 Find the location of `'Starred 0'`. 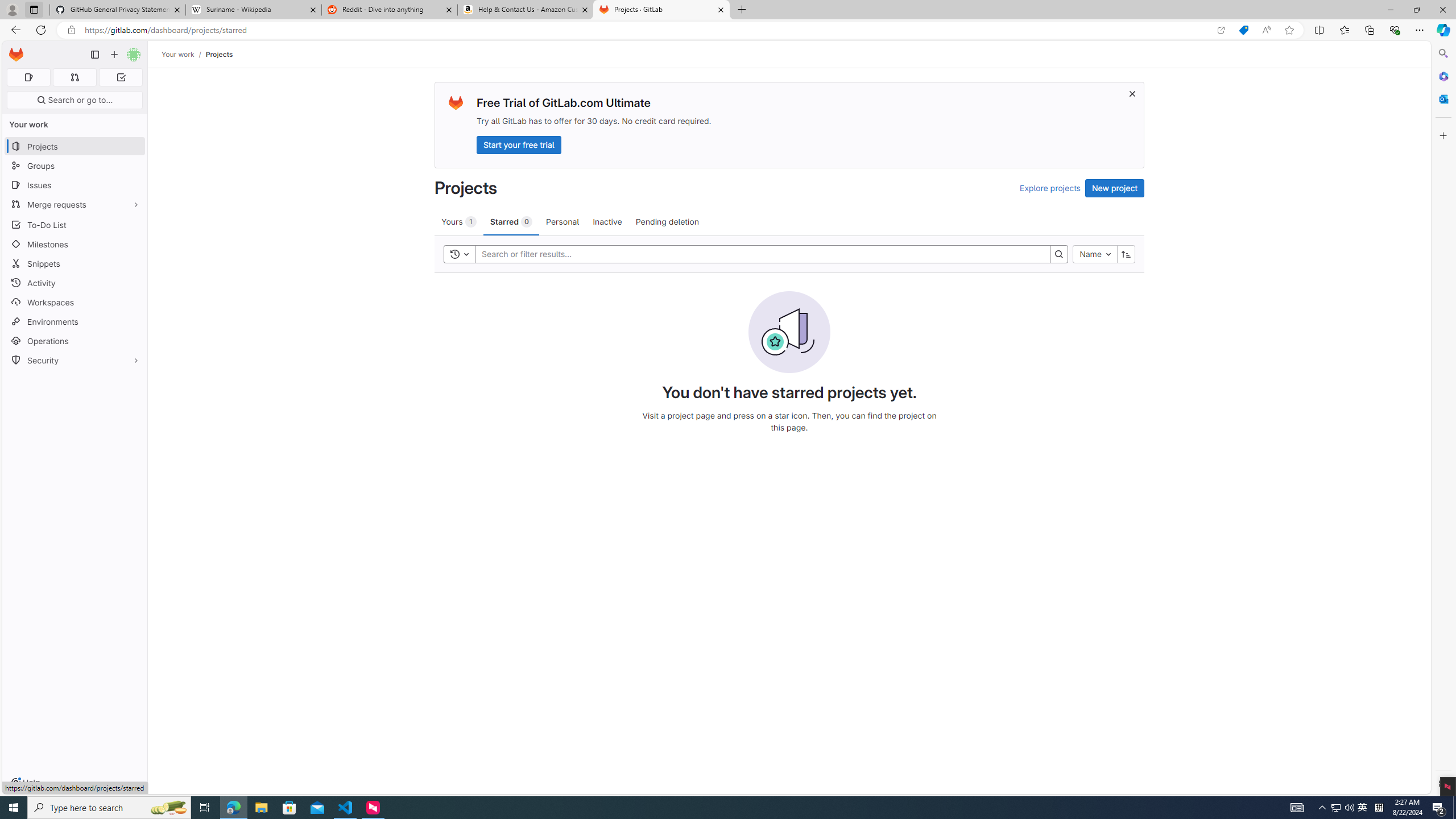

'Starred 0' is located at coordinates (511, 221).